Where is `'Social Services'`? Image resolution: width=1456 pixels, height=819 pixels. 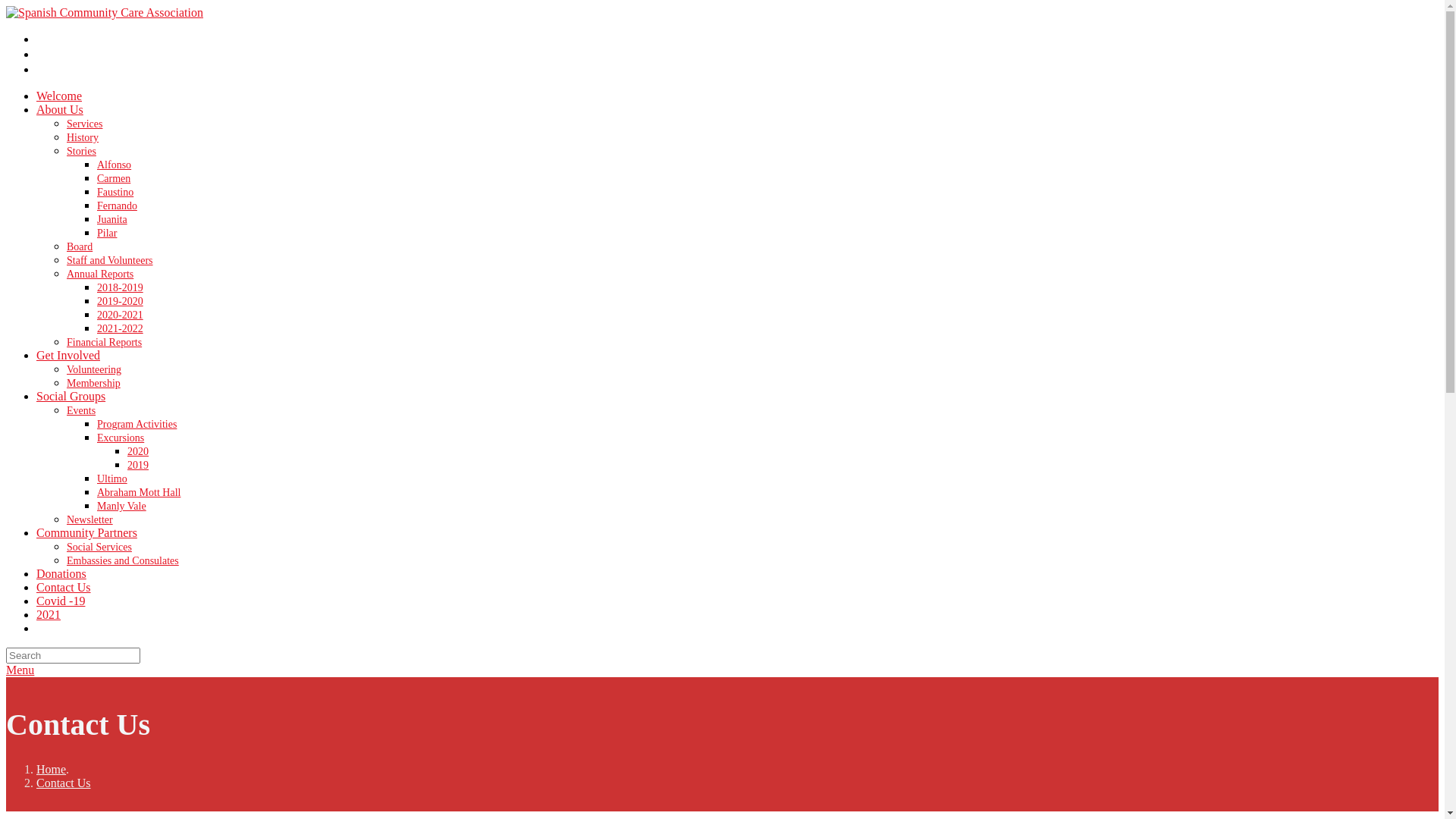
'Social Services' is located at coordinates (65, 547).